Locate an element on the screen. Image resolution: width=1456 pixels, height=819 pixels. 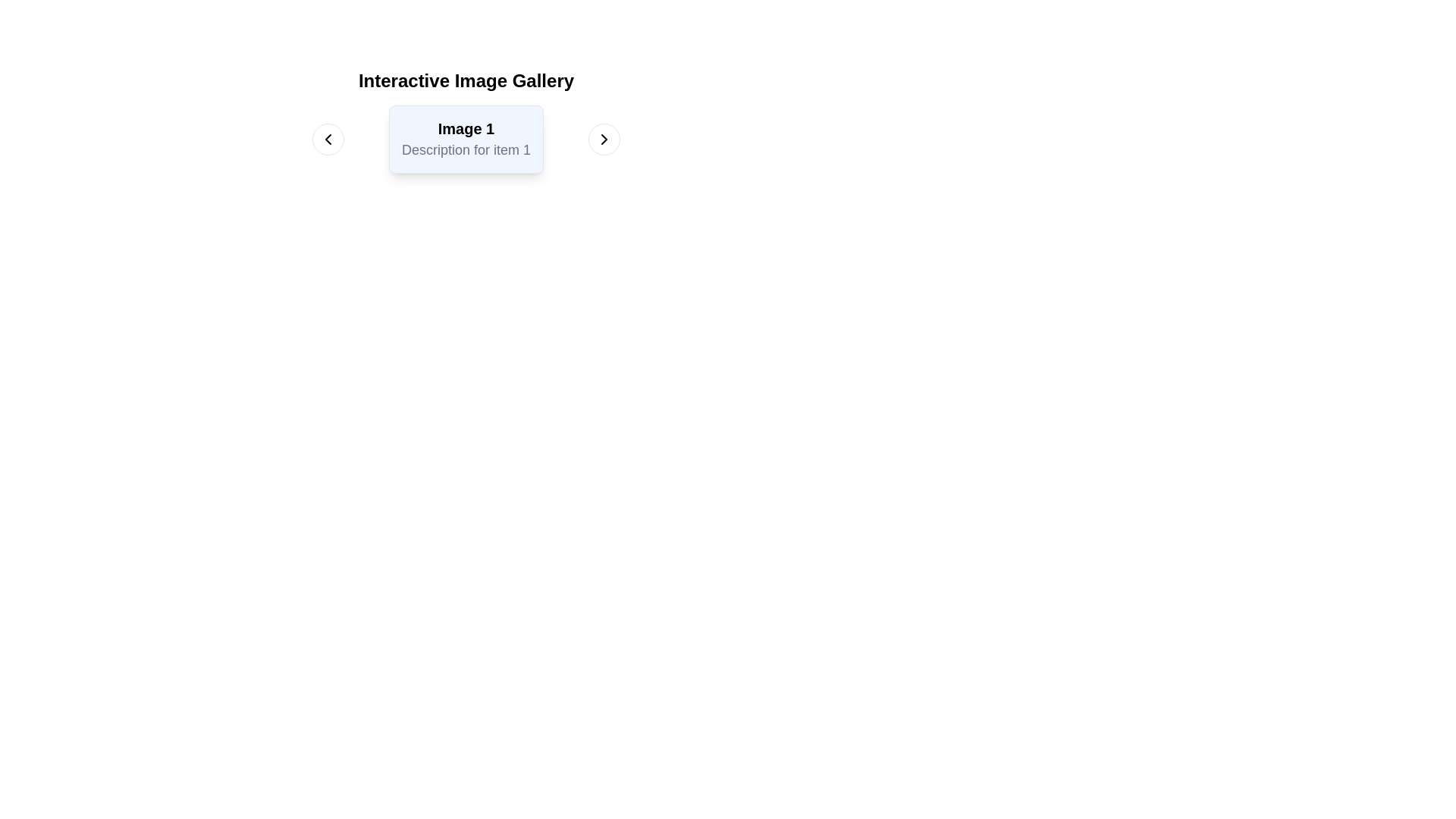
the Informational card which has a soft blue background, rounded corners, and contains the text 'Image 1' in bold and 'Description for item 1' below it is located at coordinates (465, 140).